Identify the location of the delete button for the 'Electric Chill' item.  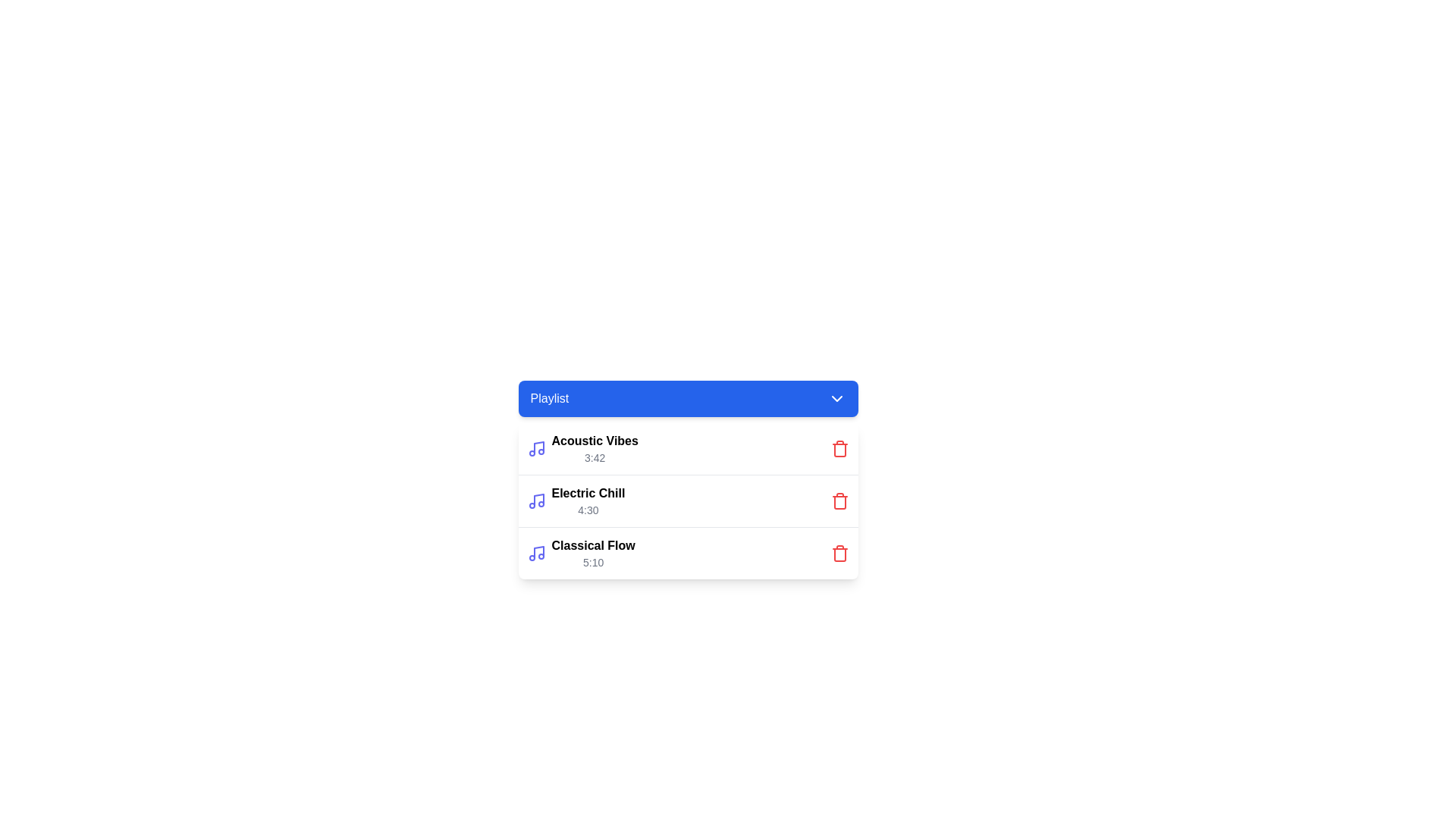
(839, 500).